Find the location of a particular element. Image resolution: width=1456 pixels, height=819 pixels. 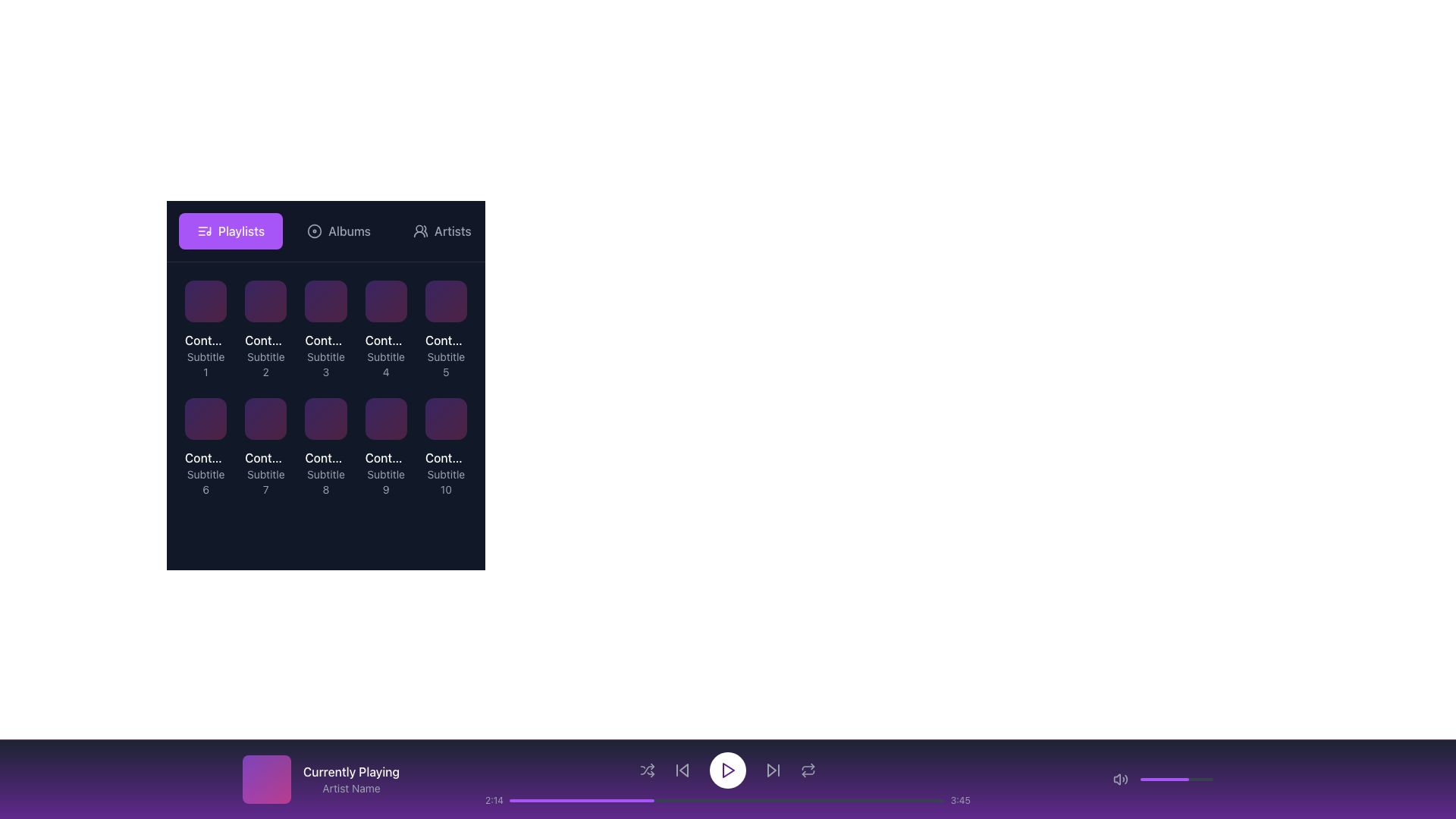

the square button with a gradient background transitioning from purple to pink, located in the top row, third column under the 'Playlists' section is located at coordinates (325, 301).